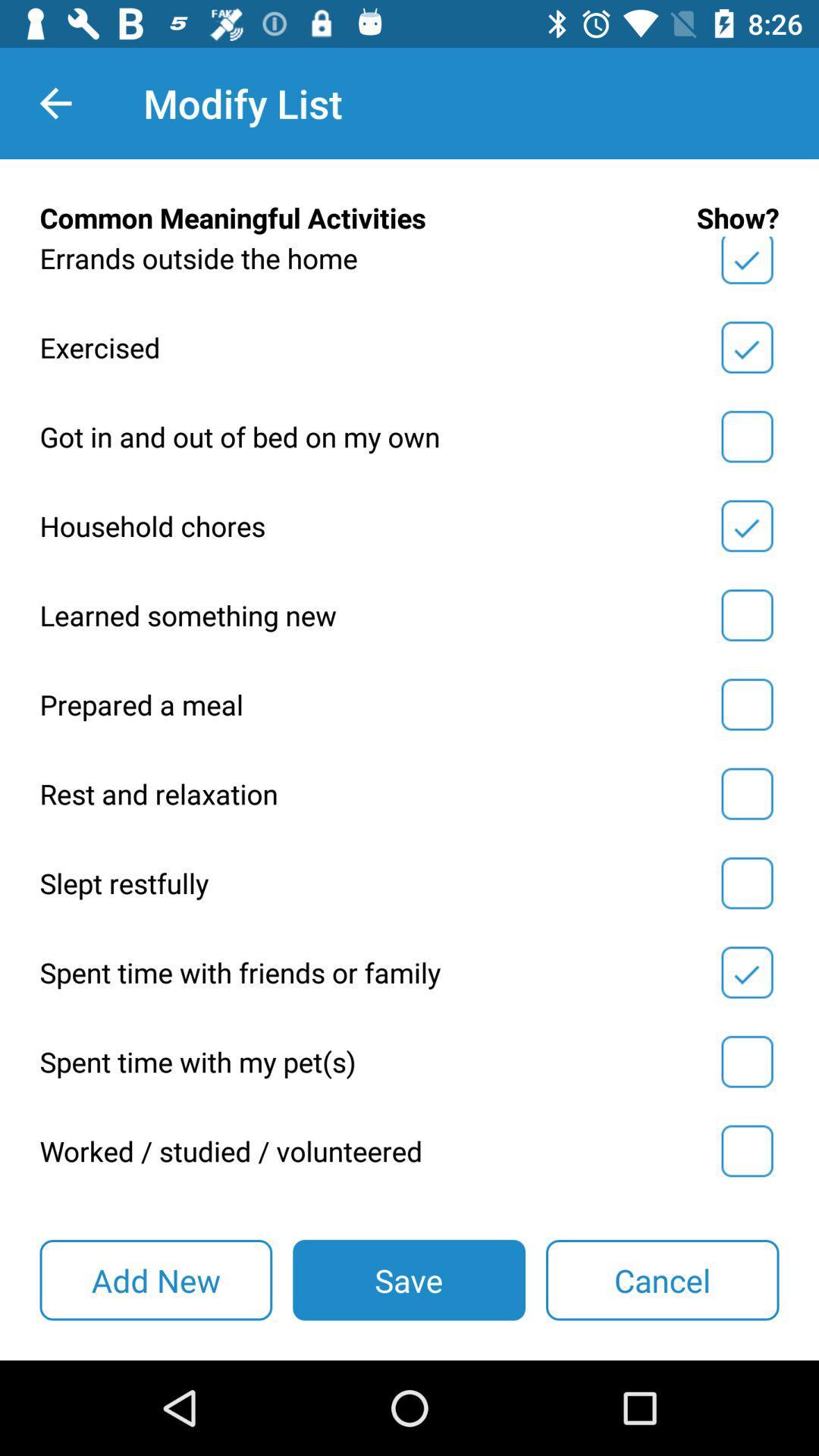  What do you see at coordinates (408, 1279) in the screenshot?
I see `the item next to cancel item` at bounding box center [408, 1279].